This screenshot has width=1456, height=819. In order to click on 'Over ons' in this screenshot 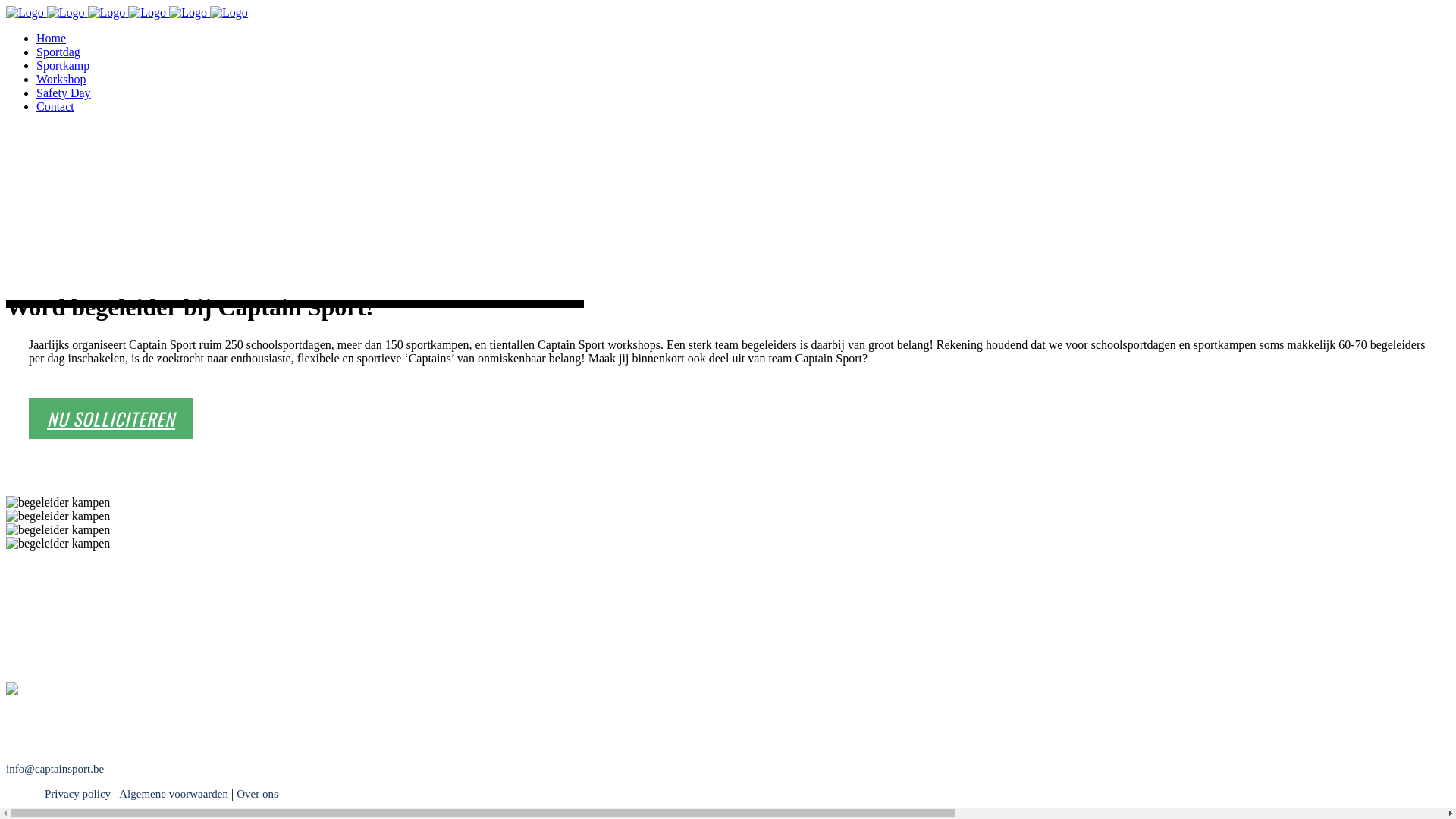, I will do `click(257, 792)`.